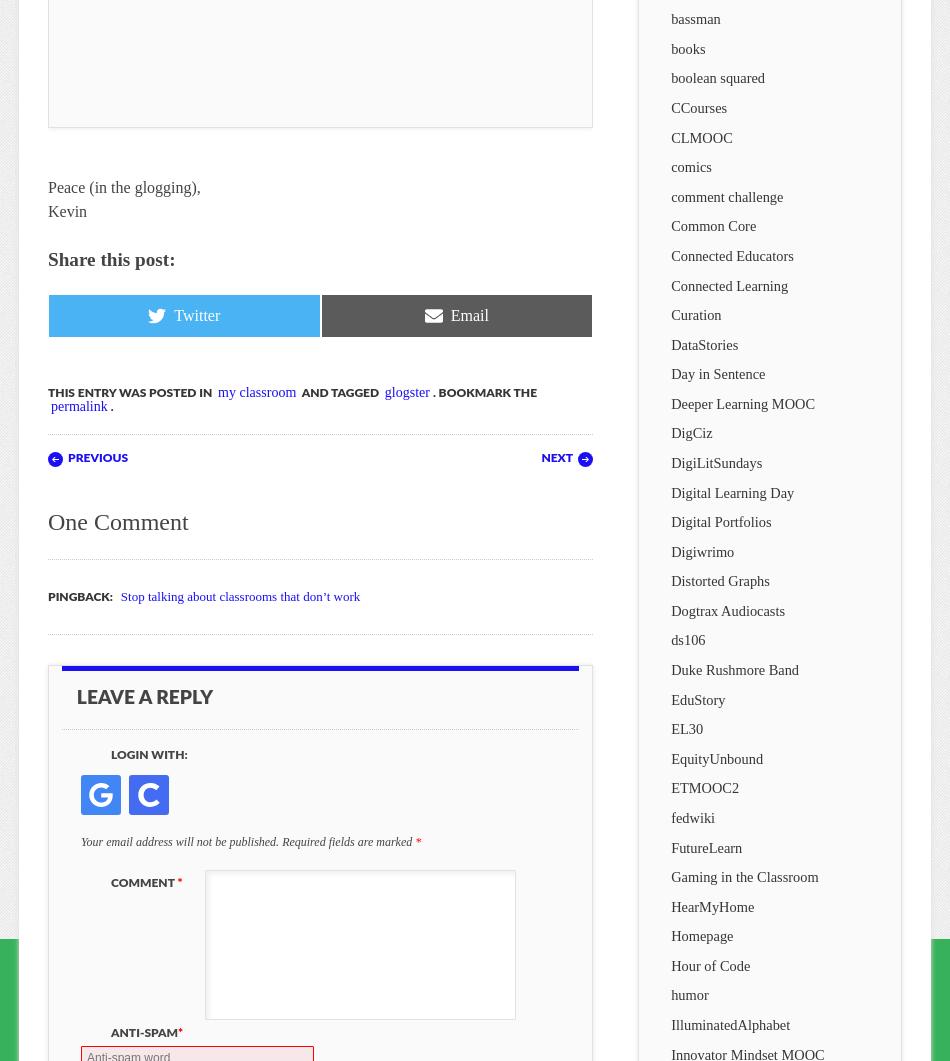  Describe the element at coordinates (670, 402) in the screenshot. I see `'Deeper Learning MOOC'` at that location.